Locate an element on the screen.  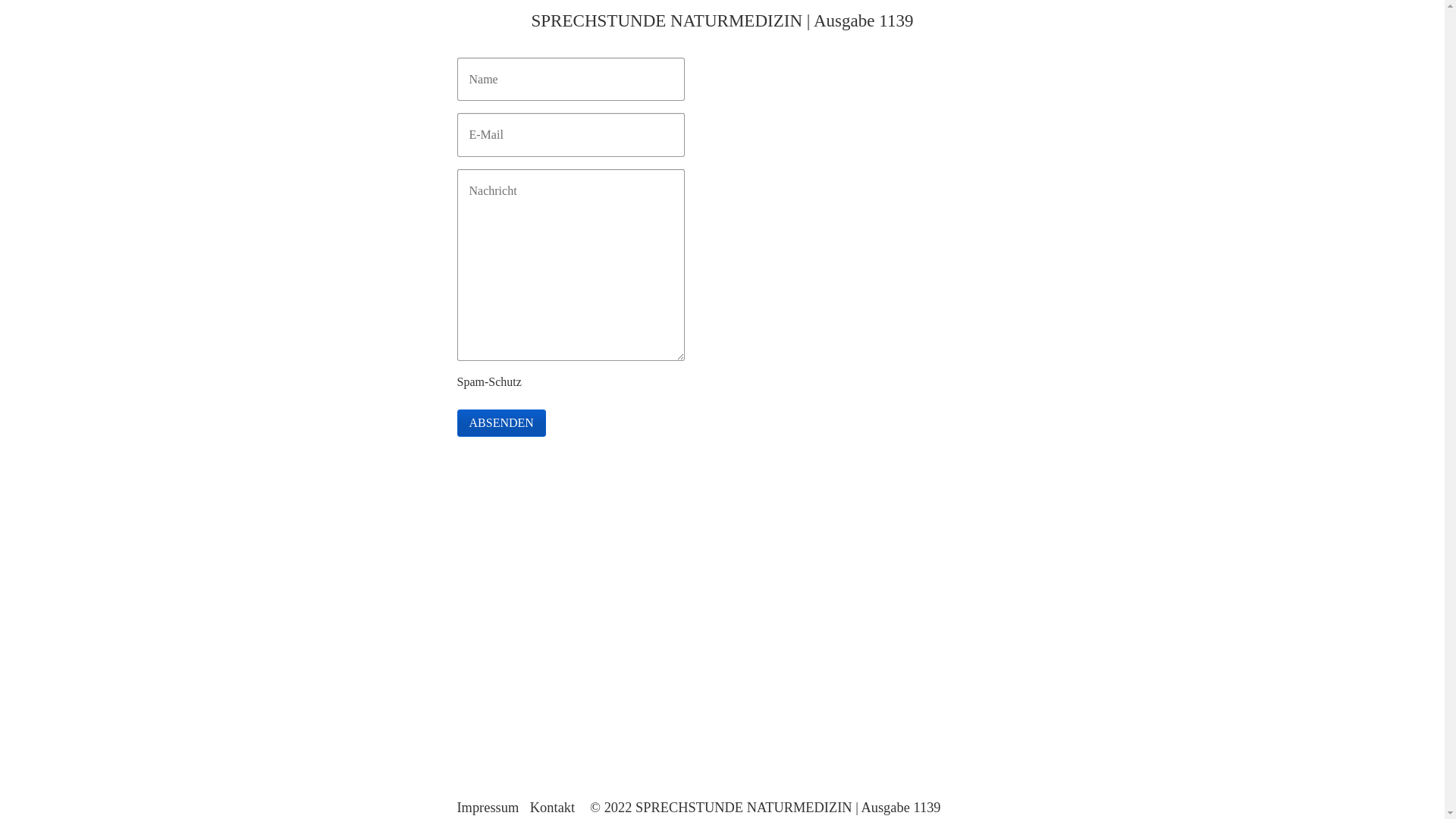
'Absenden' is located at coordinates (500, 423).